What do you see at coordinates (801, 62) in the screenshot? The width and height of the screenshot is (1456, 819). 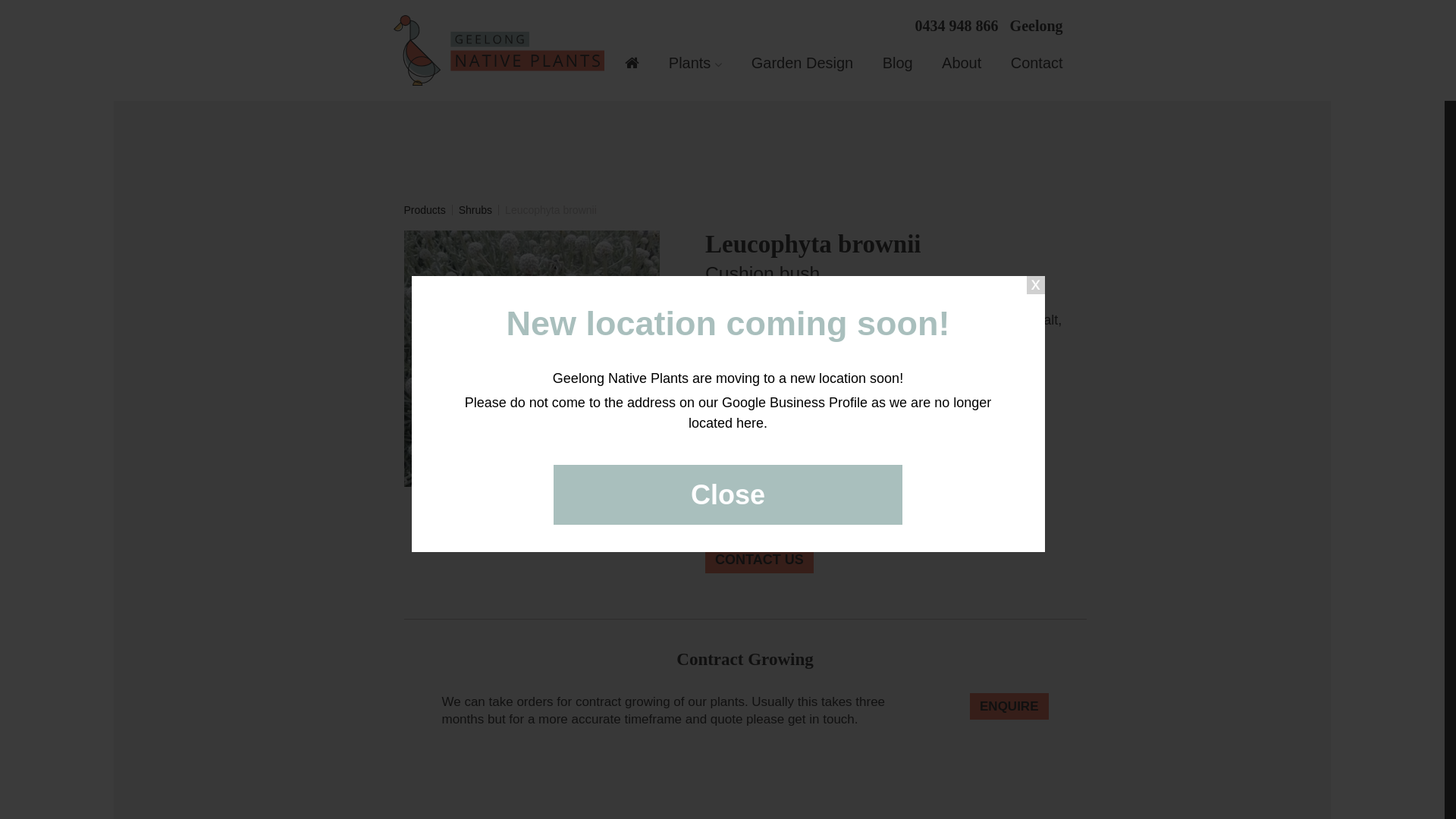 I see `'Garden Design'` at bounding box center [801, 62].